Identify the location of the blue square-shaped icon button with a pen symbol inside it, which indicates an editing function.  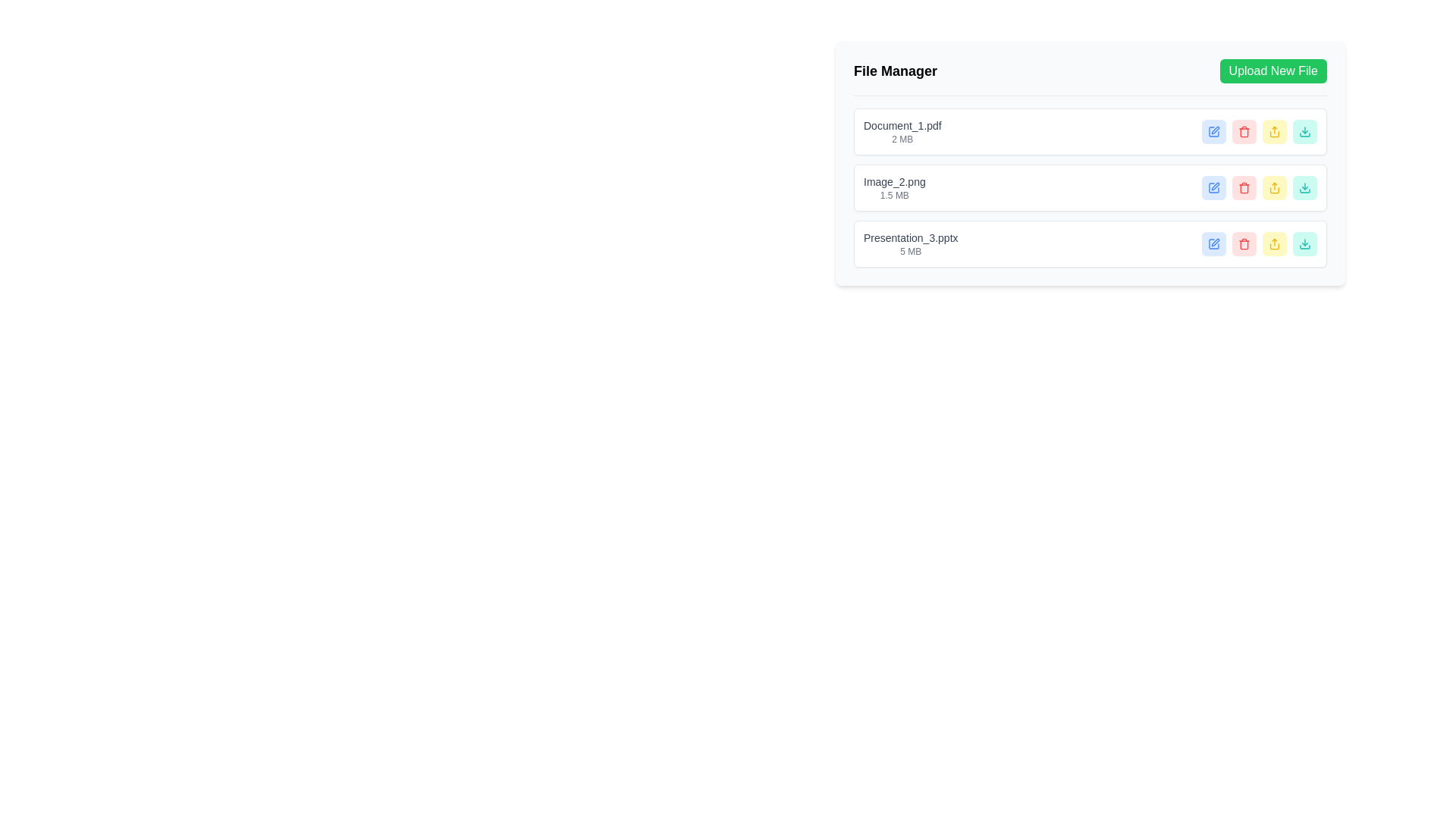
(1214, 130).